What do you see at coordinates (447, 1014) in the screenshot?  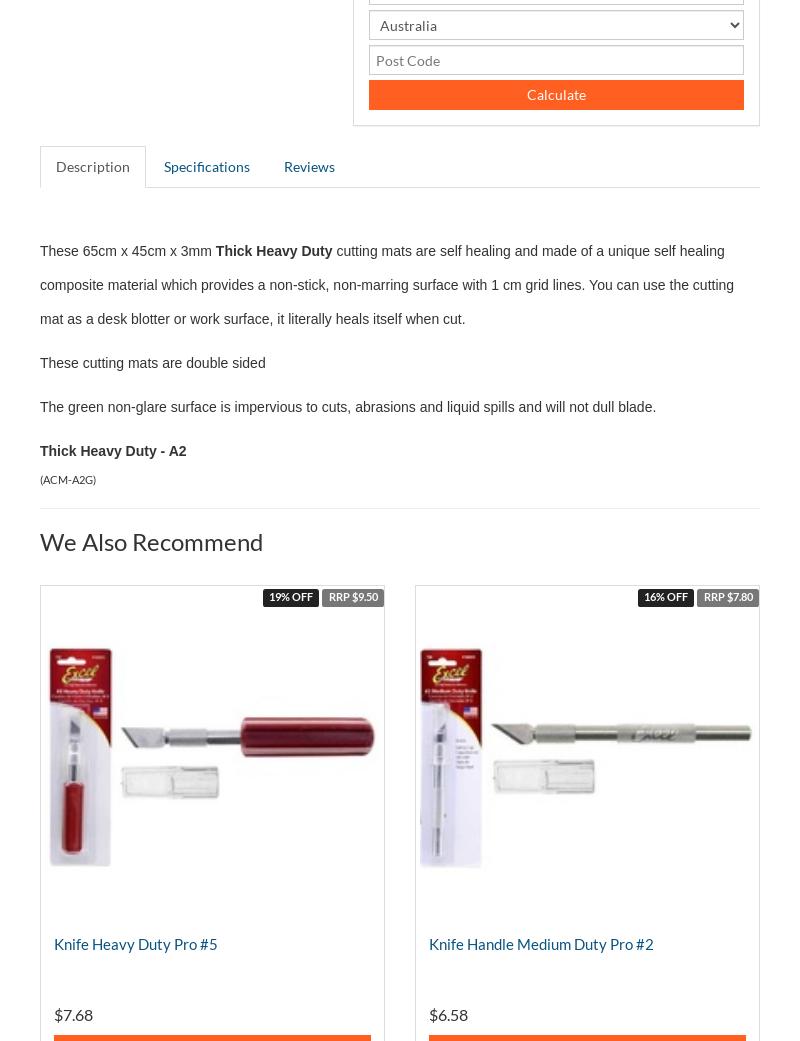 I see `'$6.58'` at bounding box center [447, 1014].